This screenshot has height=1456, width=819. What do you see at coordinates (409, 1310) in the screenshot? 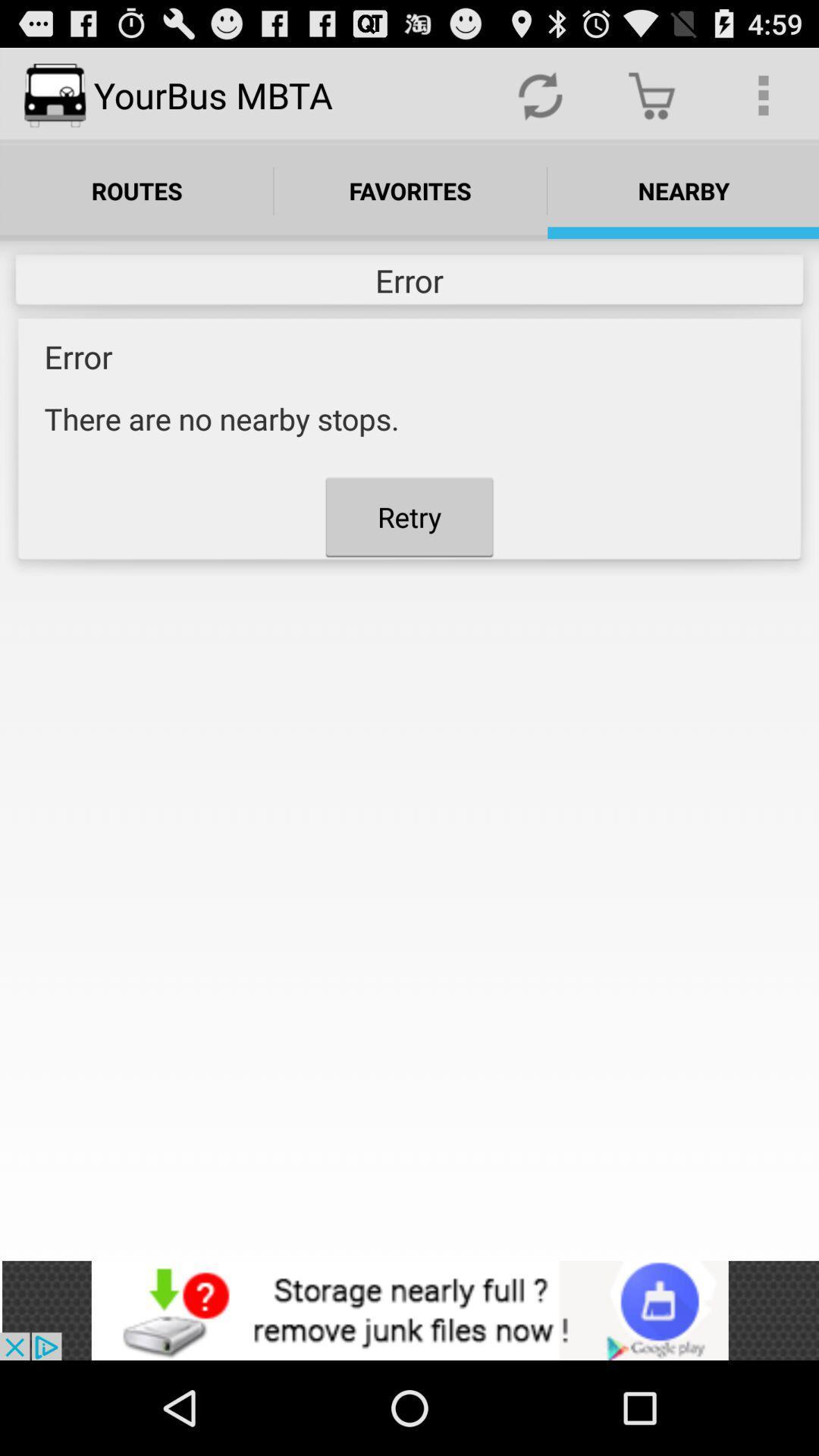
I see `open advertisement` at bounding box center [409, 1310].